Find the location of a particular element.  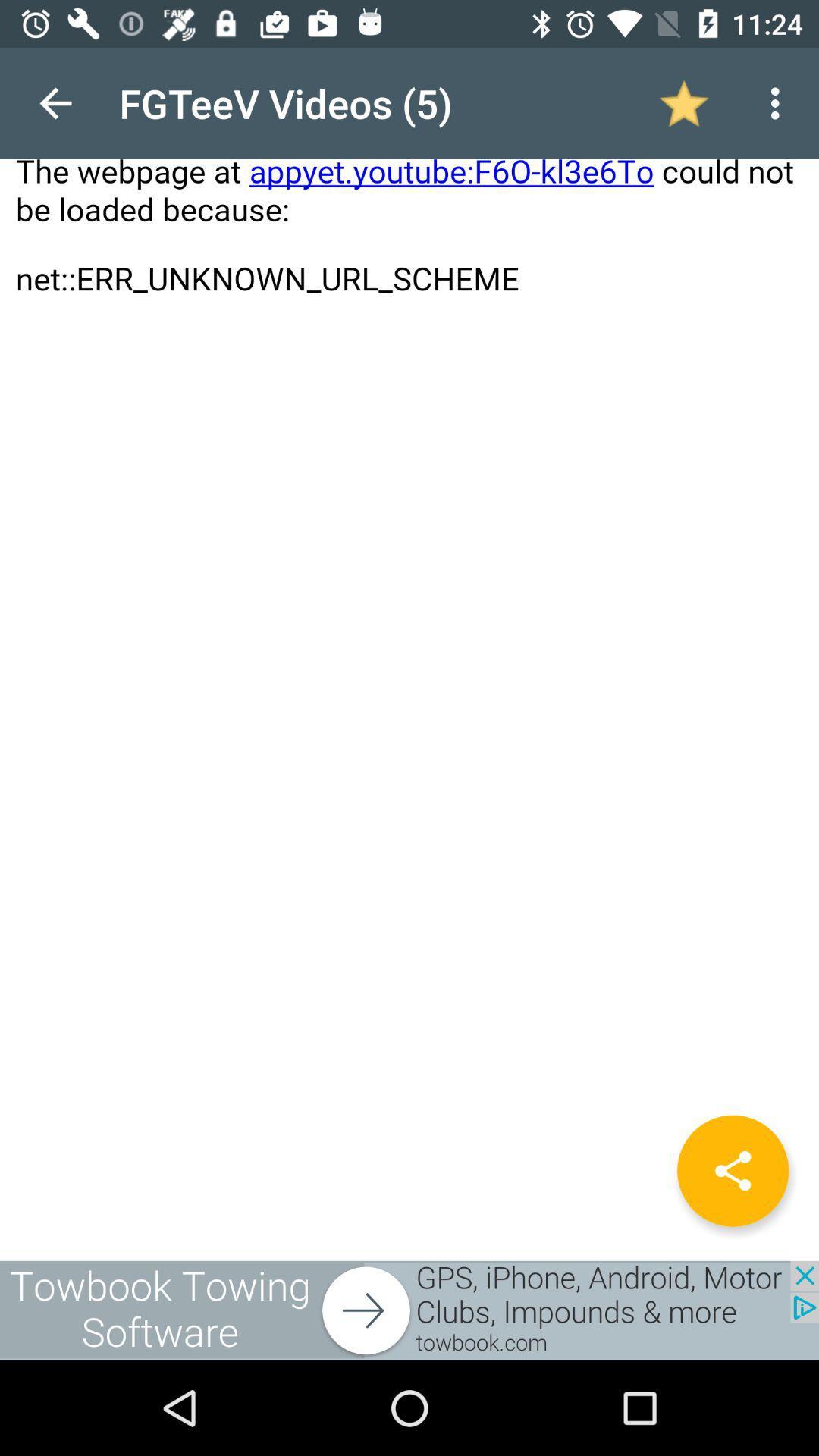

network is located at coordinates (732, 1170).